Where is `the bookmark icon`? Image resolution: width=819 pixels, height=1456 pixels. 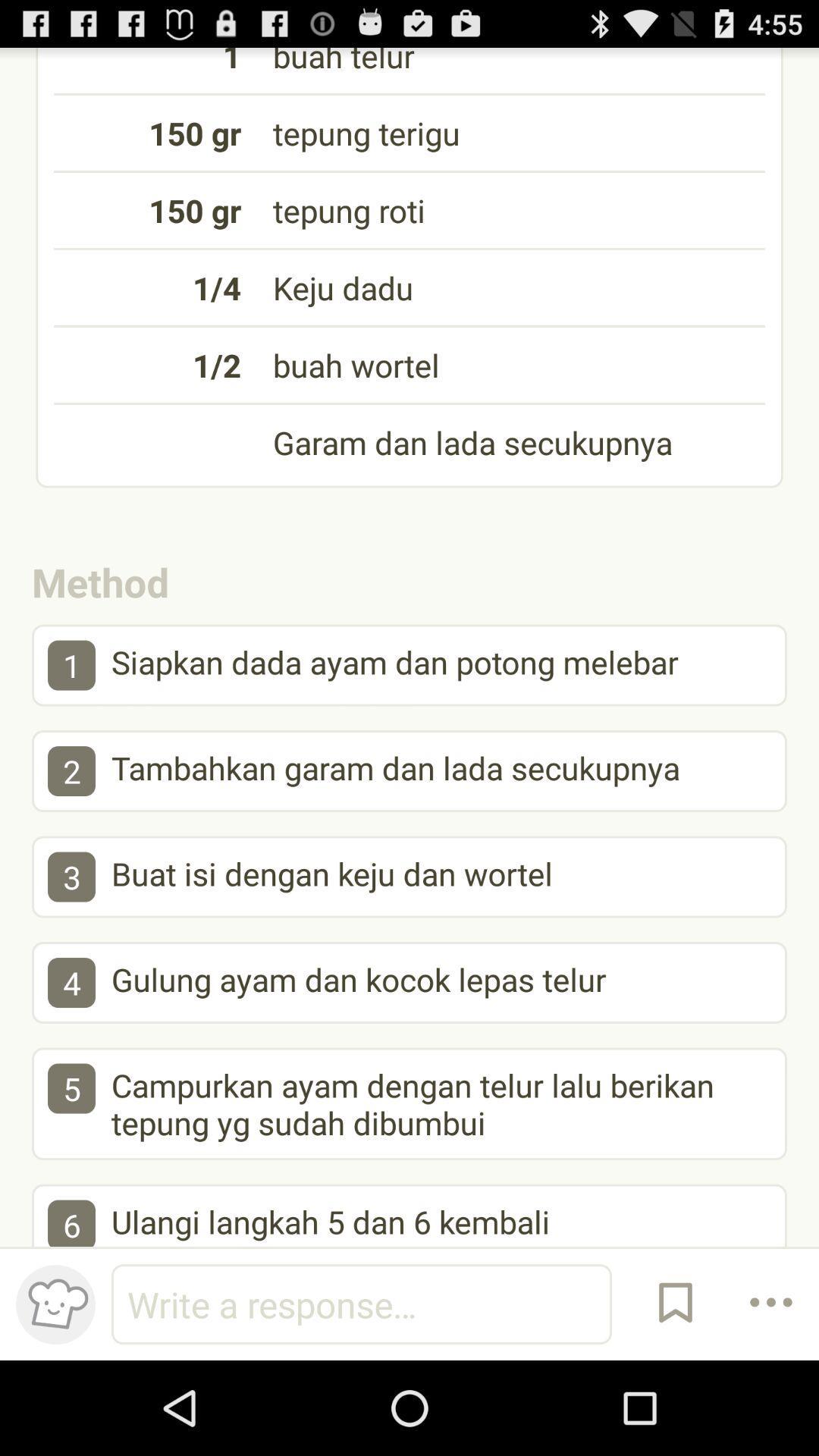 the bookmark icon is located at coordinates (675, 1395).